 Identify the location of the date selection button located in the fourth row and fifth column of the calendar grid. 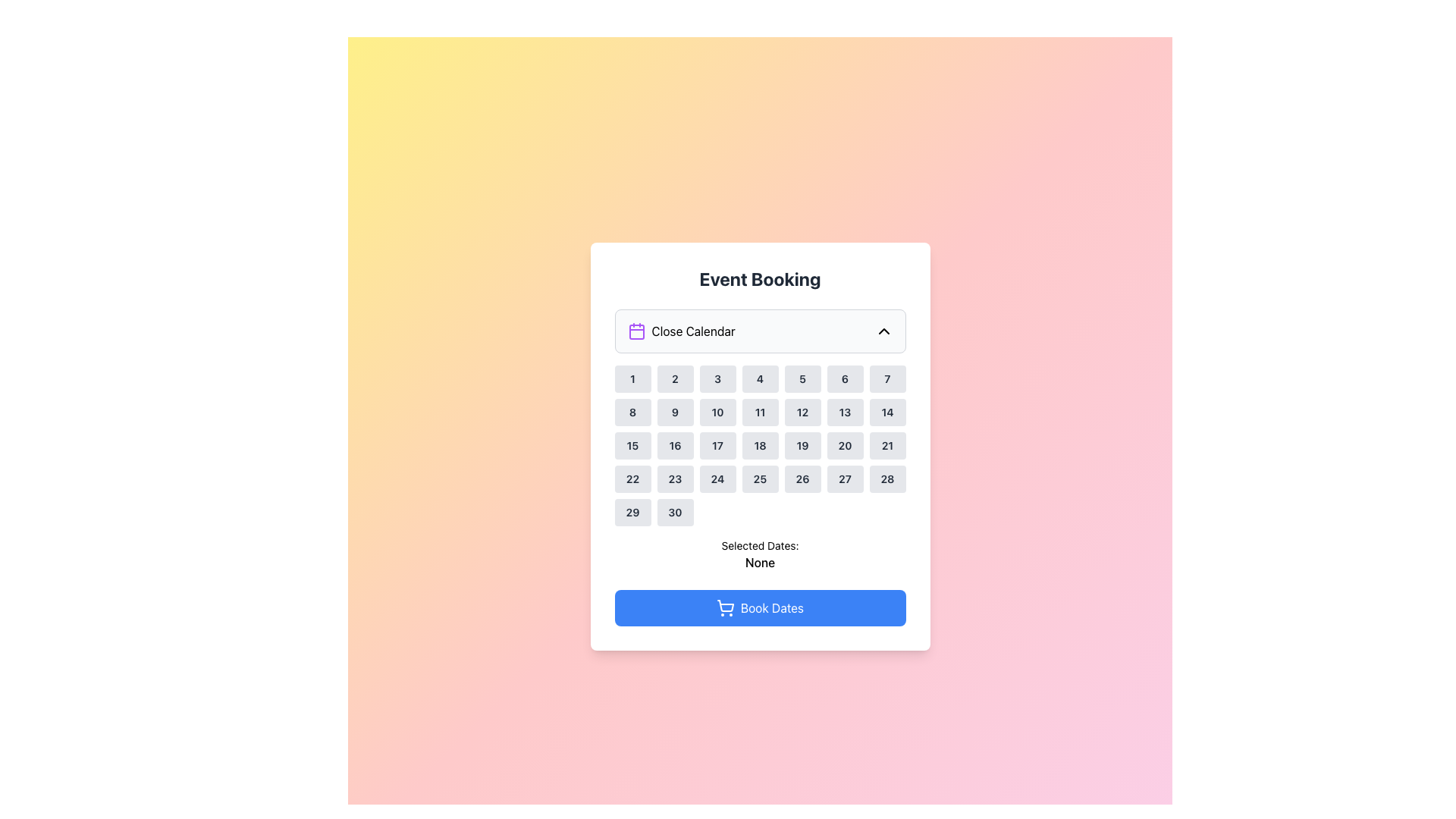
(802, 479).